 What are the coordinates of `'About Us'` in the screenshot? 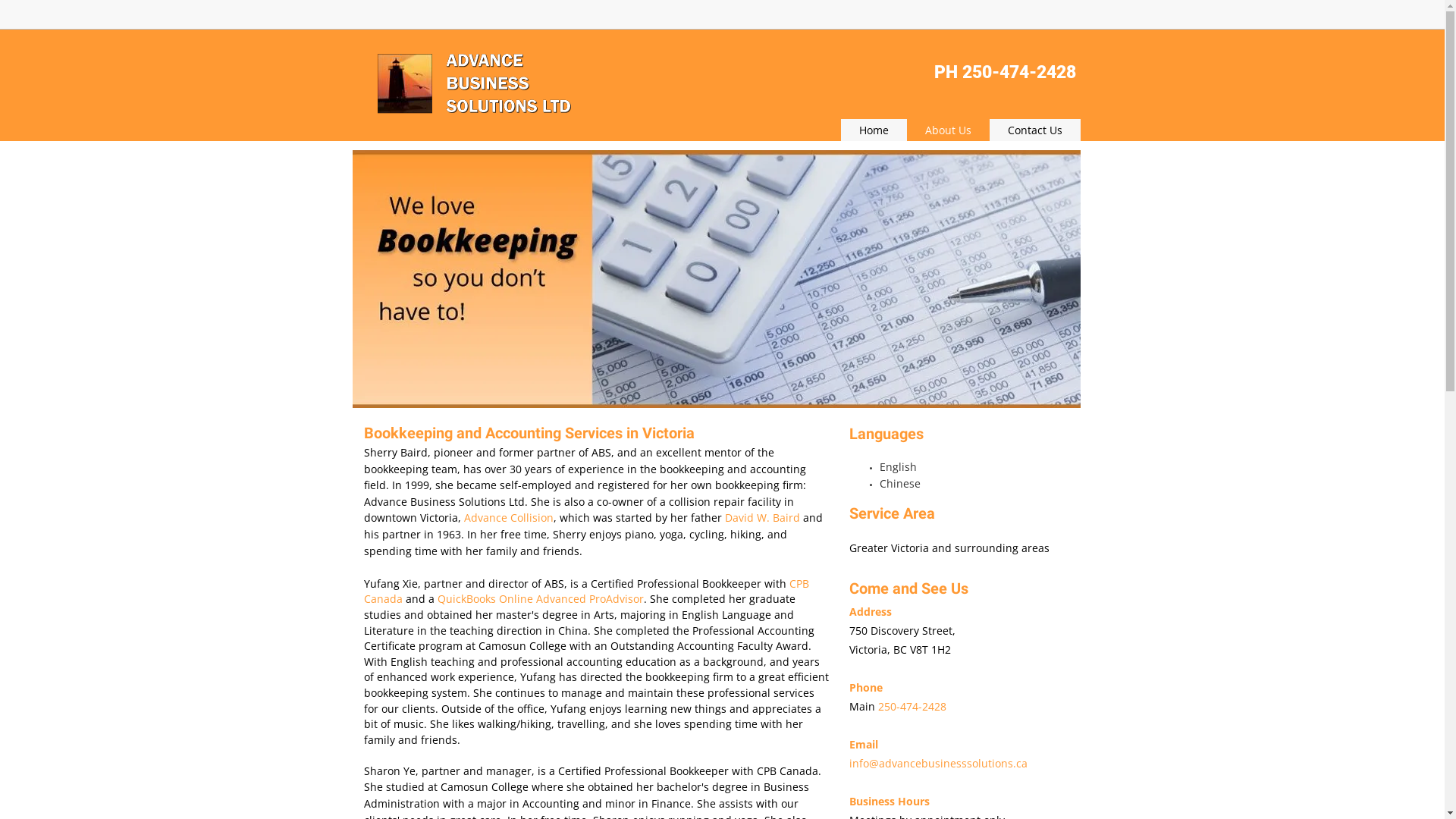 It's located at (947, 129).